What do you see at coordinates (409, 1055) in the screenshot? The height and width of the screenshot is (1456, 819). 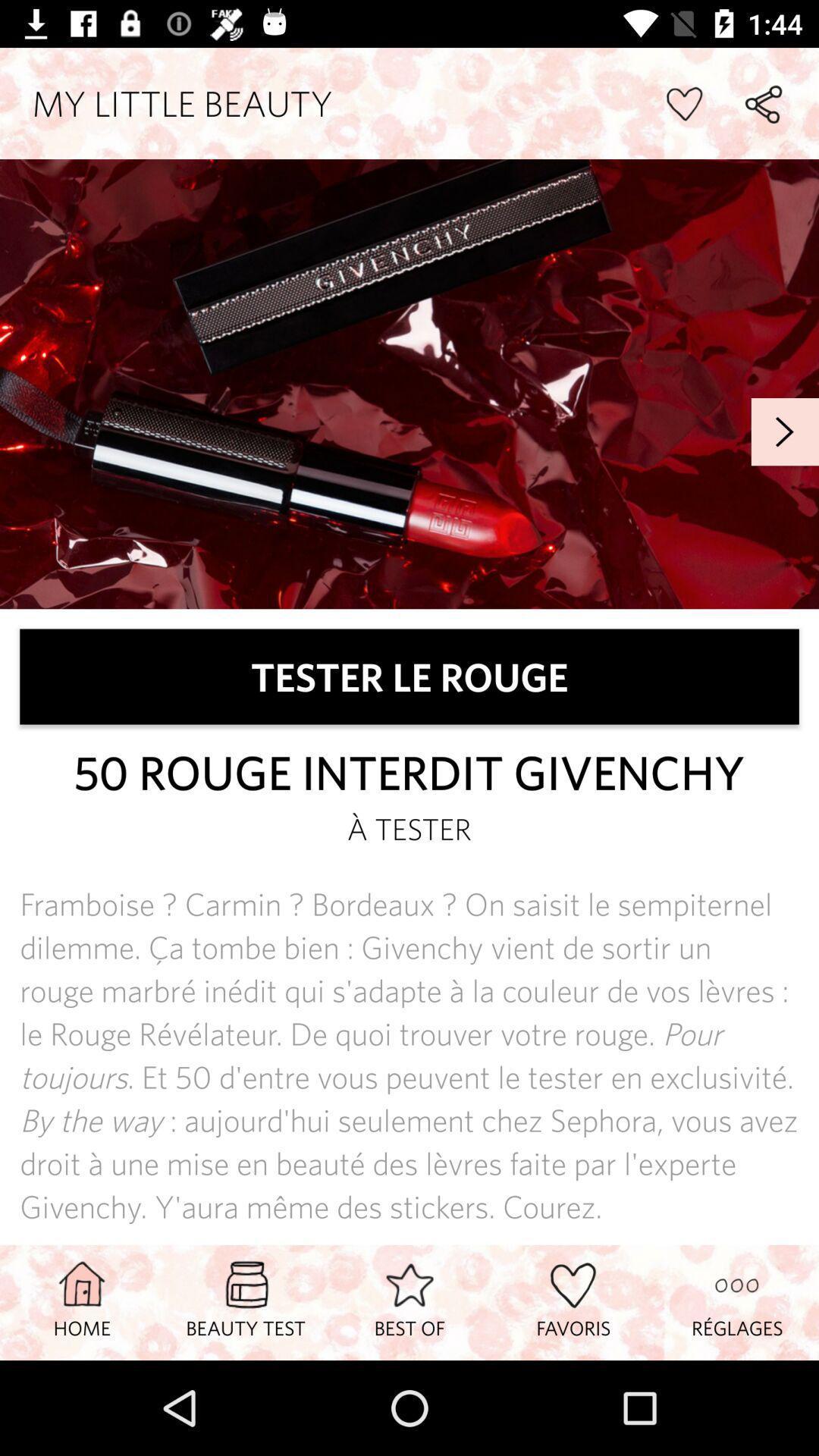 I see `the framboise carmin bordeaux item` at bounding box center [409, 1055].